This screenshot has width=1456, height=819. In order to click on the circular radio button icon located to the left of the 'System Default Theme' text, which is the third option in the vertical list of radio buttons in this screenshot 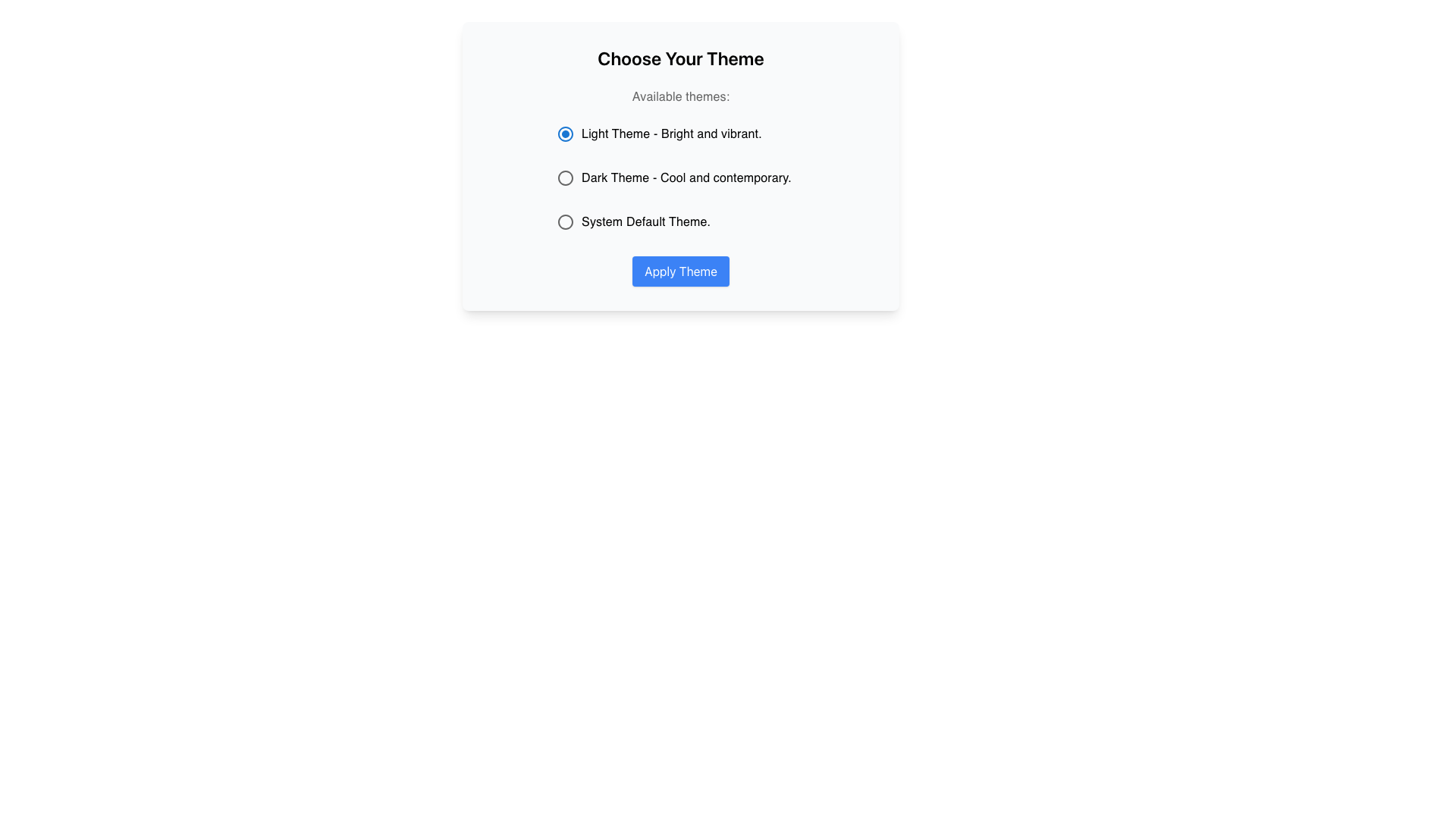, I will do `click(565, 222)`.